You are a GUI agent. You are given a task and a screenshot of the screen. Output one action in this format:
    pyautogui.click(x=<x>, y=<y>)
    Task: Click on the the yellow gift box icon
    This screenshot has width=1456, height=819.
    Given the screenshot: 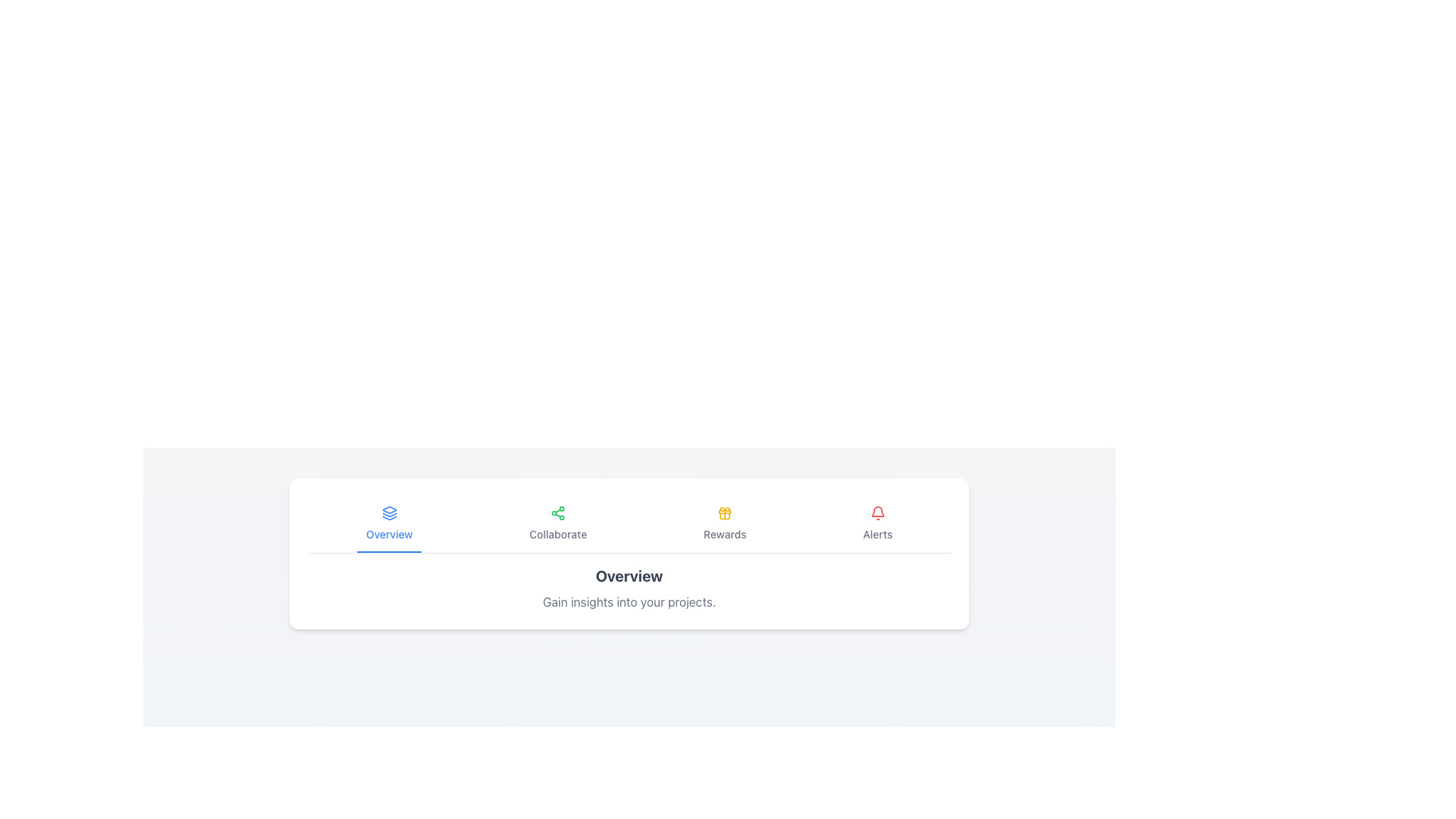 What is the action you would take?
    pyautogui.click(x=724, y=513)
    